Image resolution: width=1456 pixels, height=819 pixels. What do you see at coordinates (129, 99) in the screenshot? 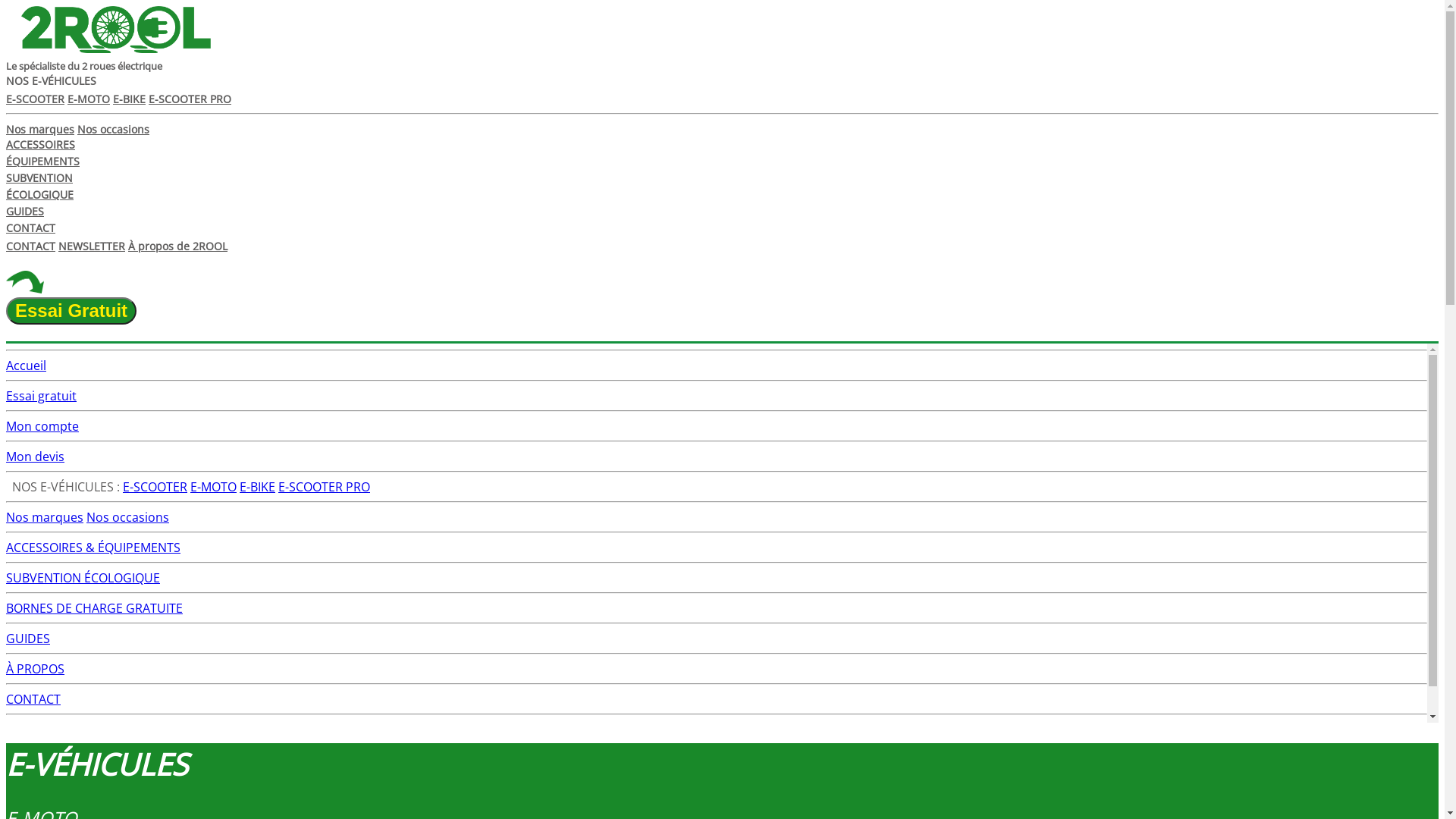
I see `'E-BIKE'` at bounding box center [129, 99].